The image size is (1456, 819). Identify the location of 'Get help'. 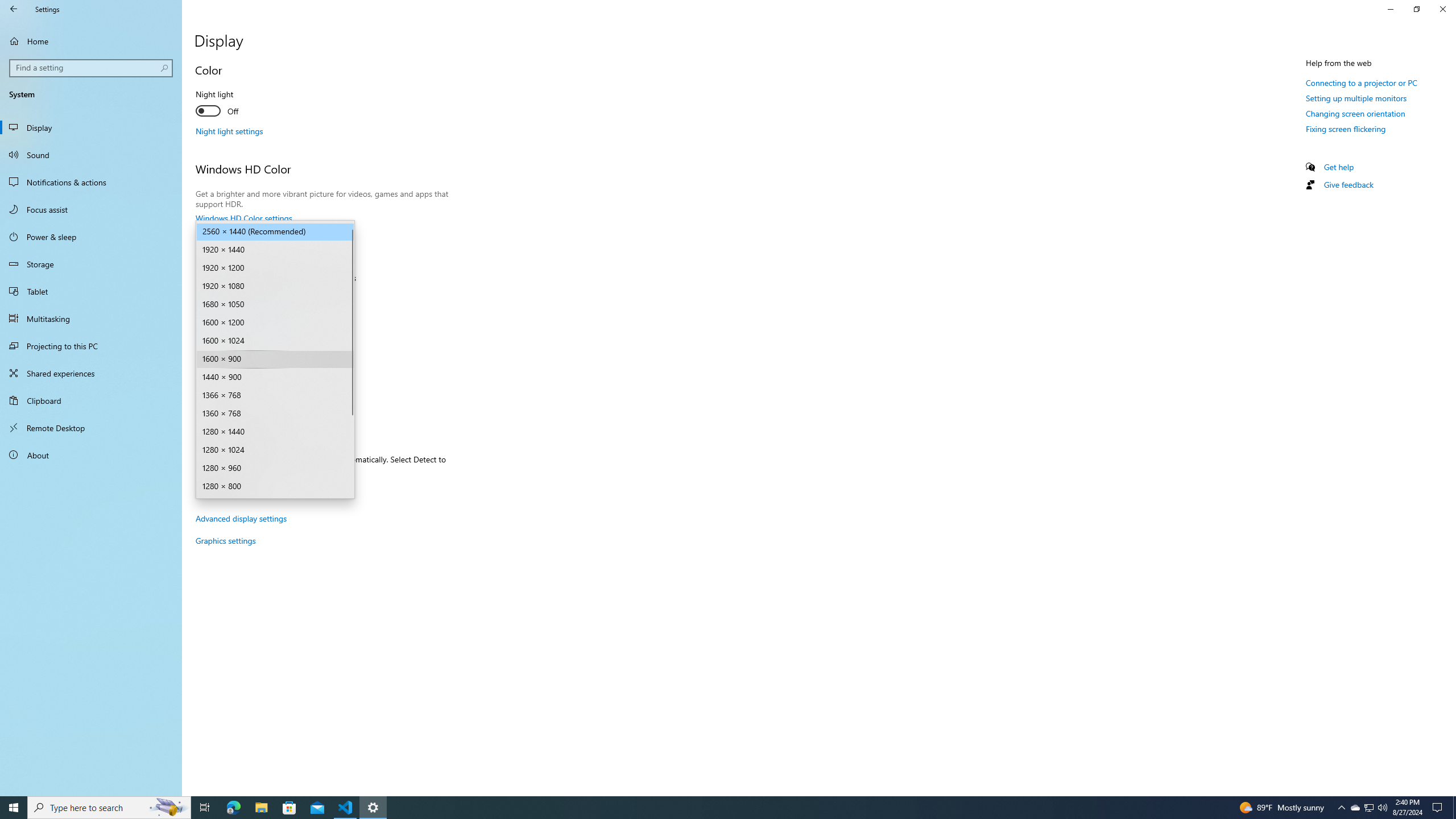
(1338, 166).